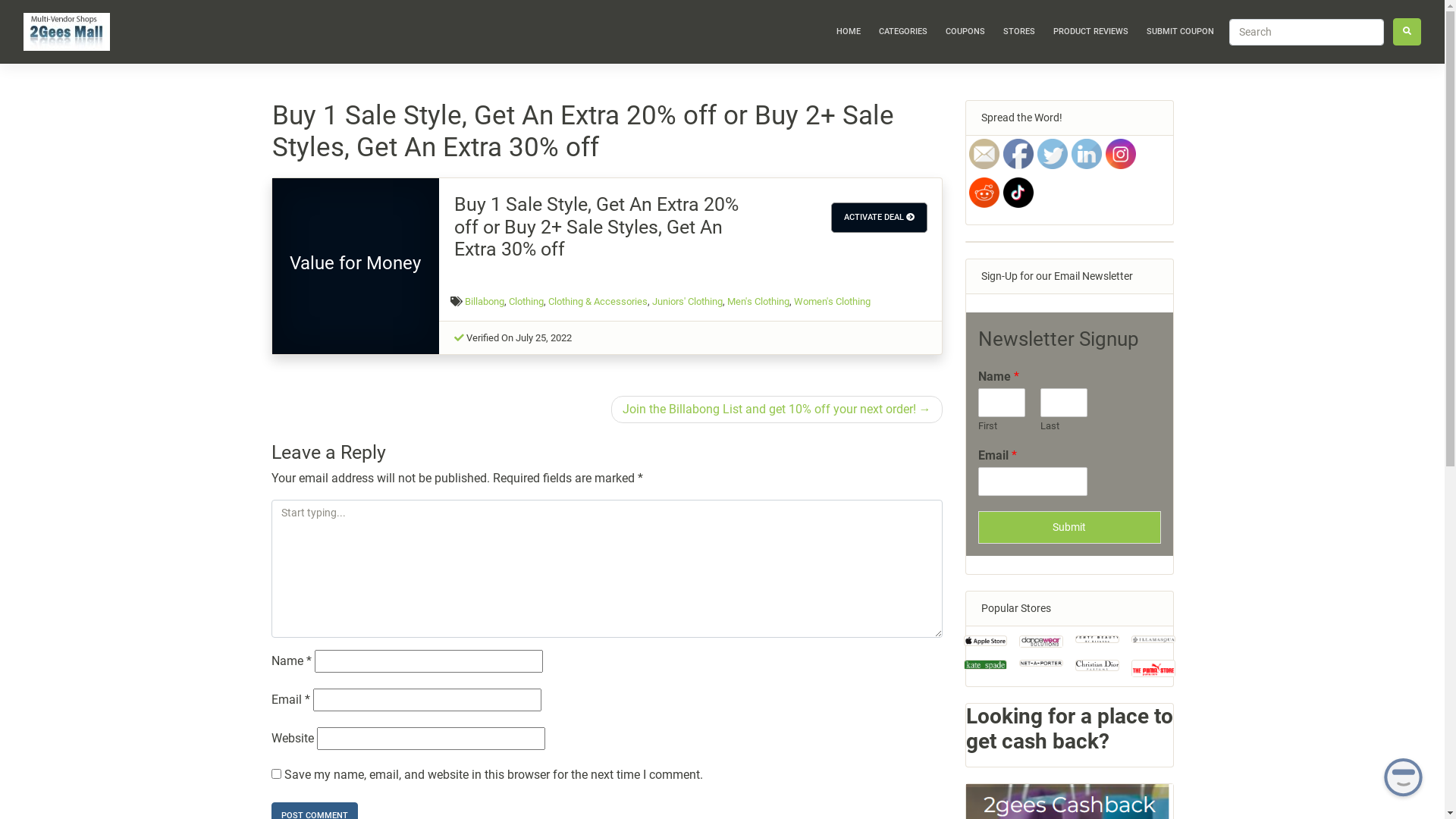 The height and width of the screenshot is (819, 1456). Describe the element at coordinates (758, 301) in the screenshot. I see `'Men's Clothing'` at that location.